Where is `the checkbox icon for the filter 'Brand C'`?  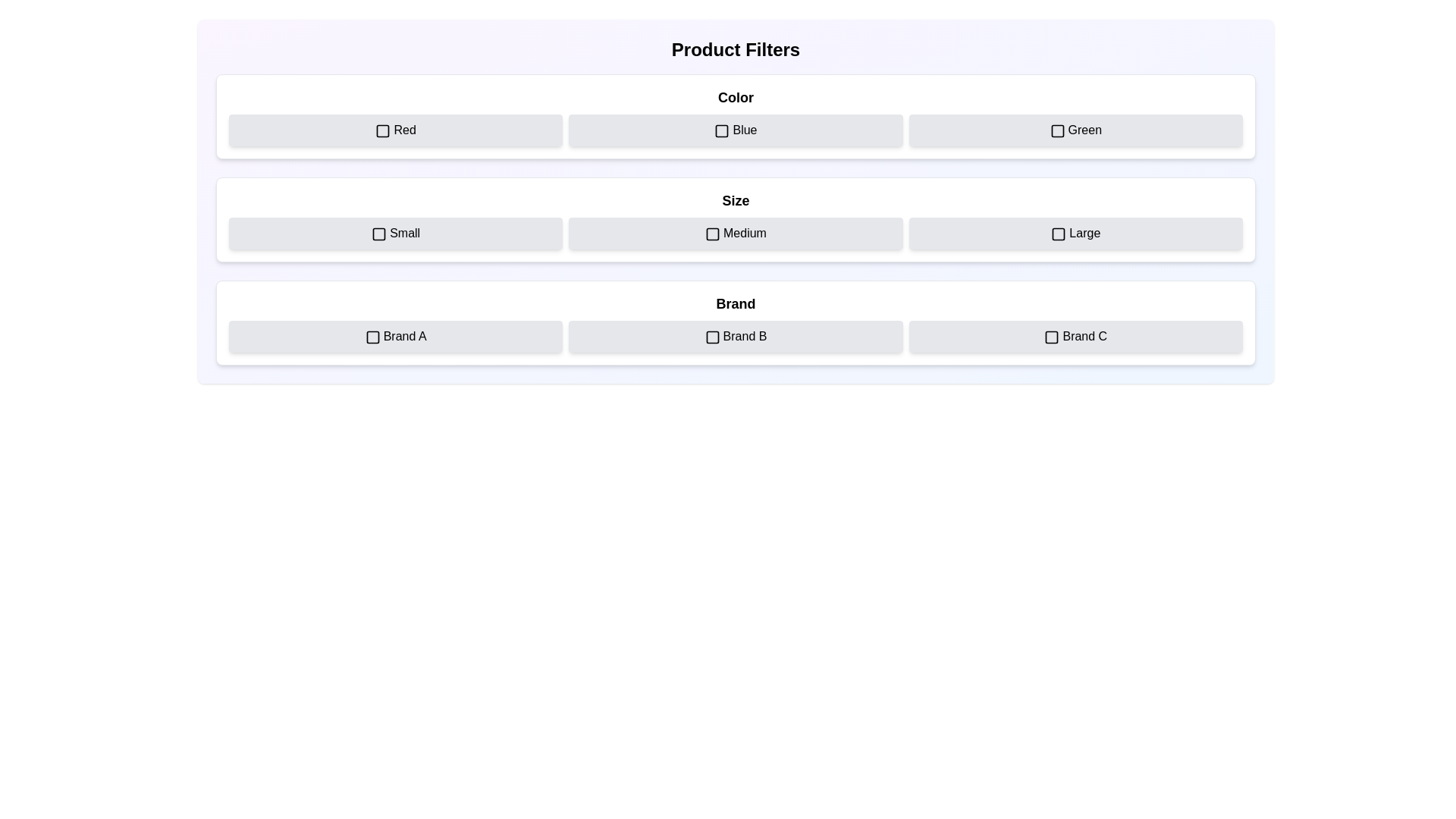 the checkbox icon for the filter 'Brand C' is located at coordinates (1051, 336).